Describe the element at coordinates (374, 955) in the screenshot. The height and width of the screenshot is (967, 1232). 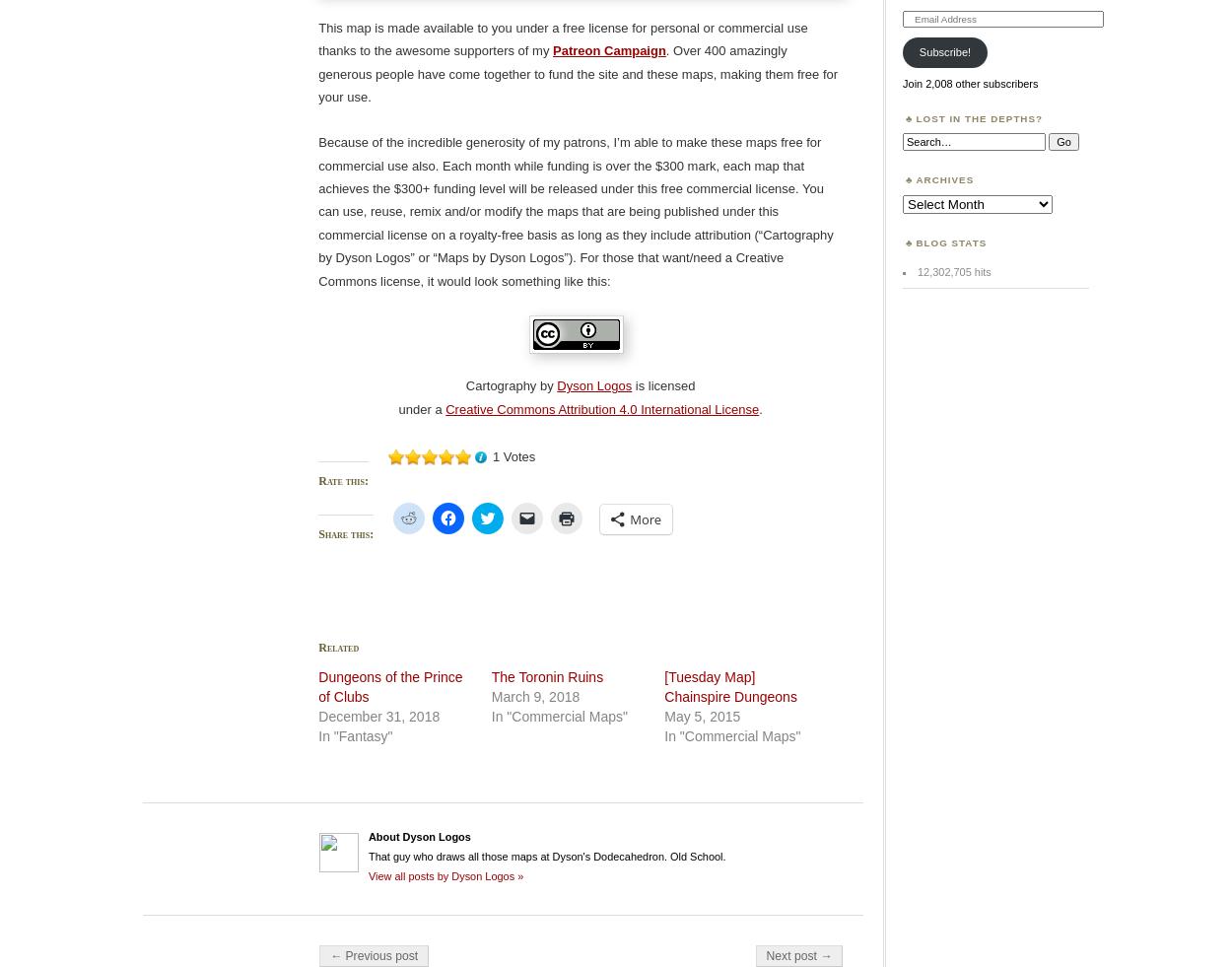
I see `'← Previous post'` at that location.